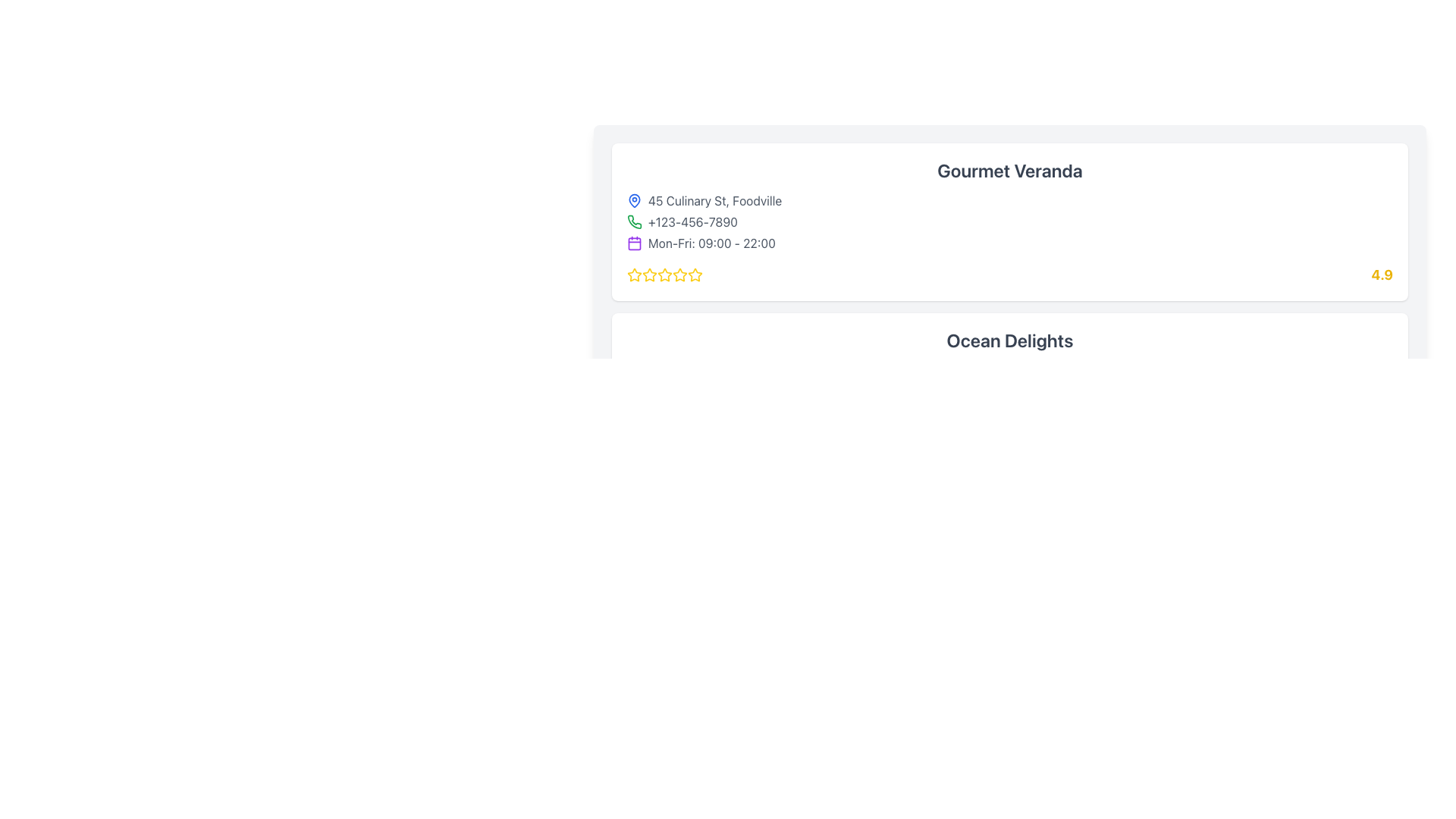 The width and height of the screenshot is (1456, 819). Describe the element at coordinates (694, 275) in the screenshot. I see `the fifth yellow star icon in the rating system for 'Gourmet Veranda' located at the bottom-left section of the card` at that location.